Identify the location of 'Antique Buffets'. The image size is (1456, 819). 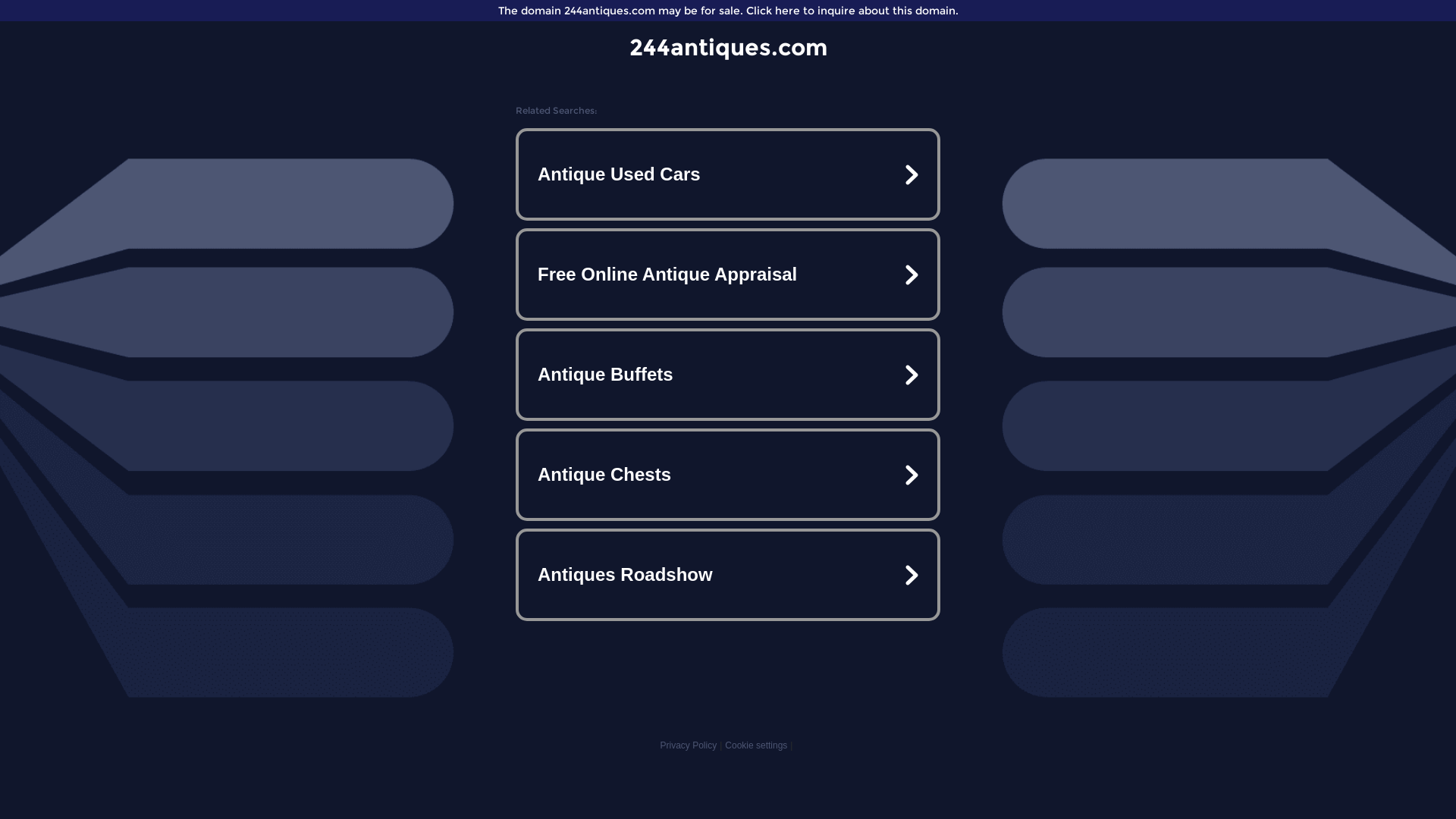
(728, 374).